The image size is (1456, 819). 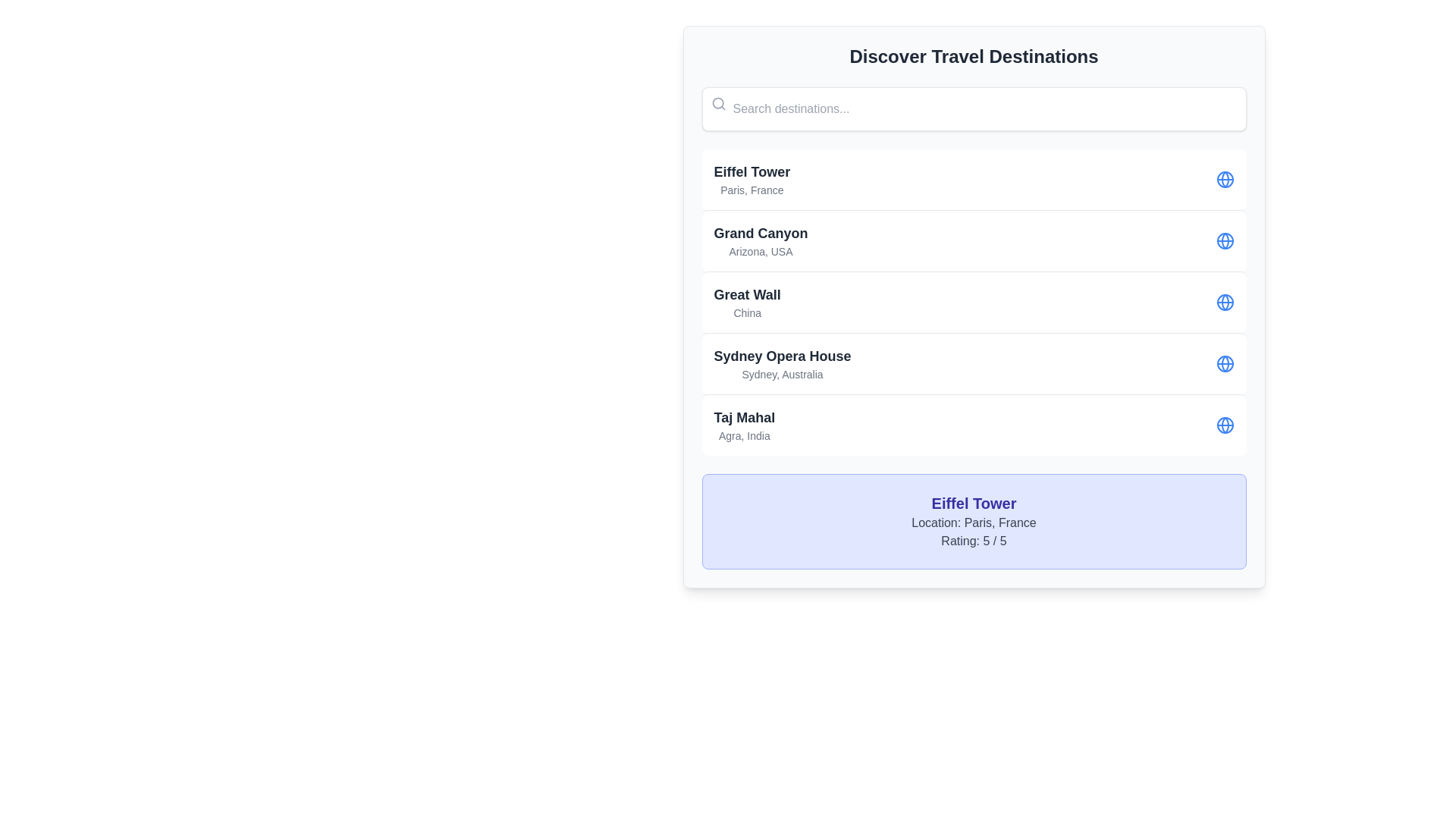 I want to click on the text label displaying 'Arizona, USA', so click(x=761, y=250).